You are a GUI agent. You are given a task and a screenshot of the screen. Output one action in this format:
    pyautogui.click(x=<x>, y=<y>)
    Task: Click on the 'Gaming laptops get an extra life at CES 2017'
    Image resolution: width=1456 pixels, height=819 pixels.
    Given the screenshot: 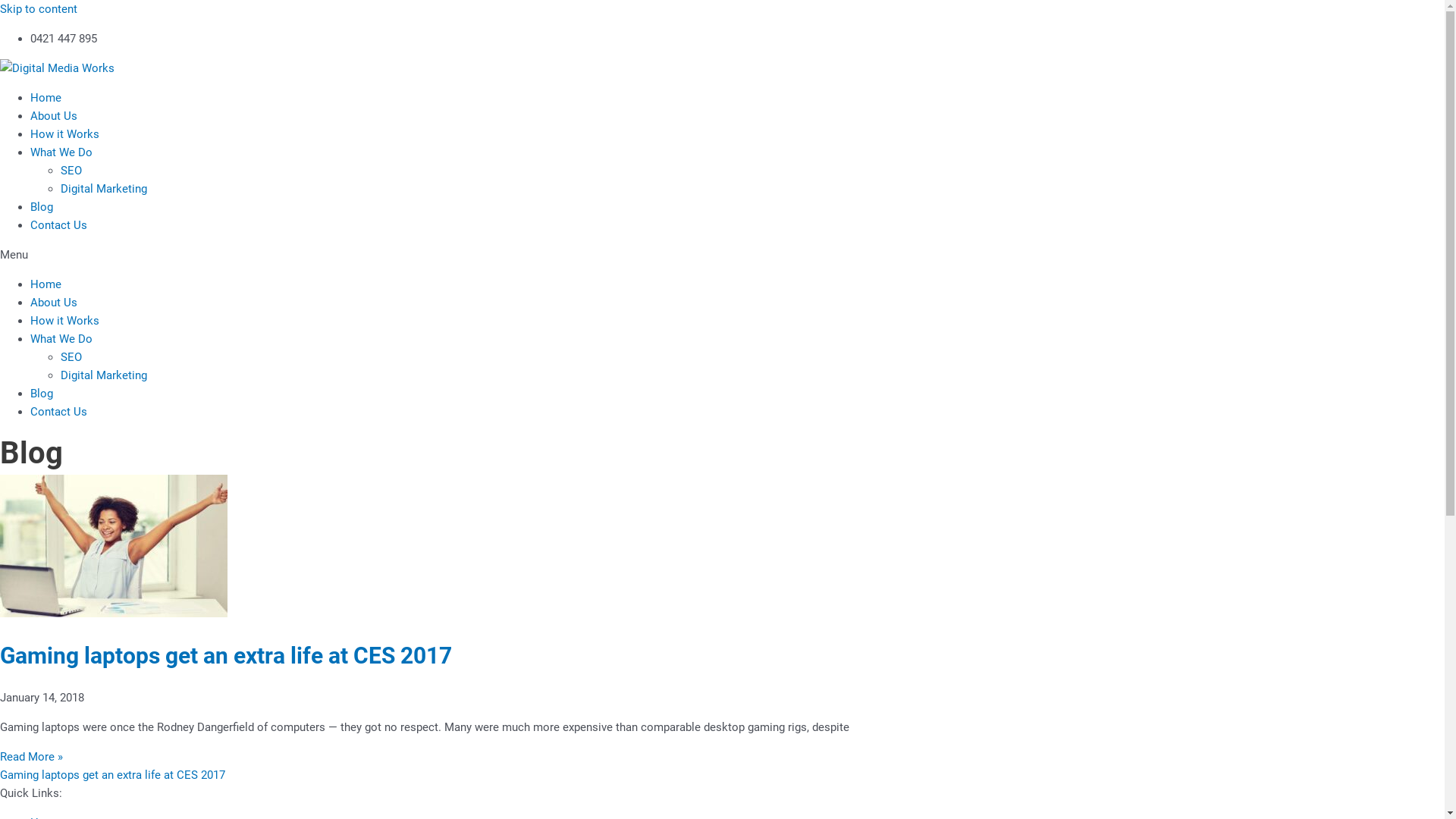 What is the action you would take?
    pyautogui.click(x=111, y=775)
    